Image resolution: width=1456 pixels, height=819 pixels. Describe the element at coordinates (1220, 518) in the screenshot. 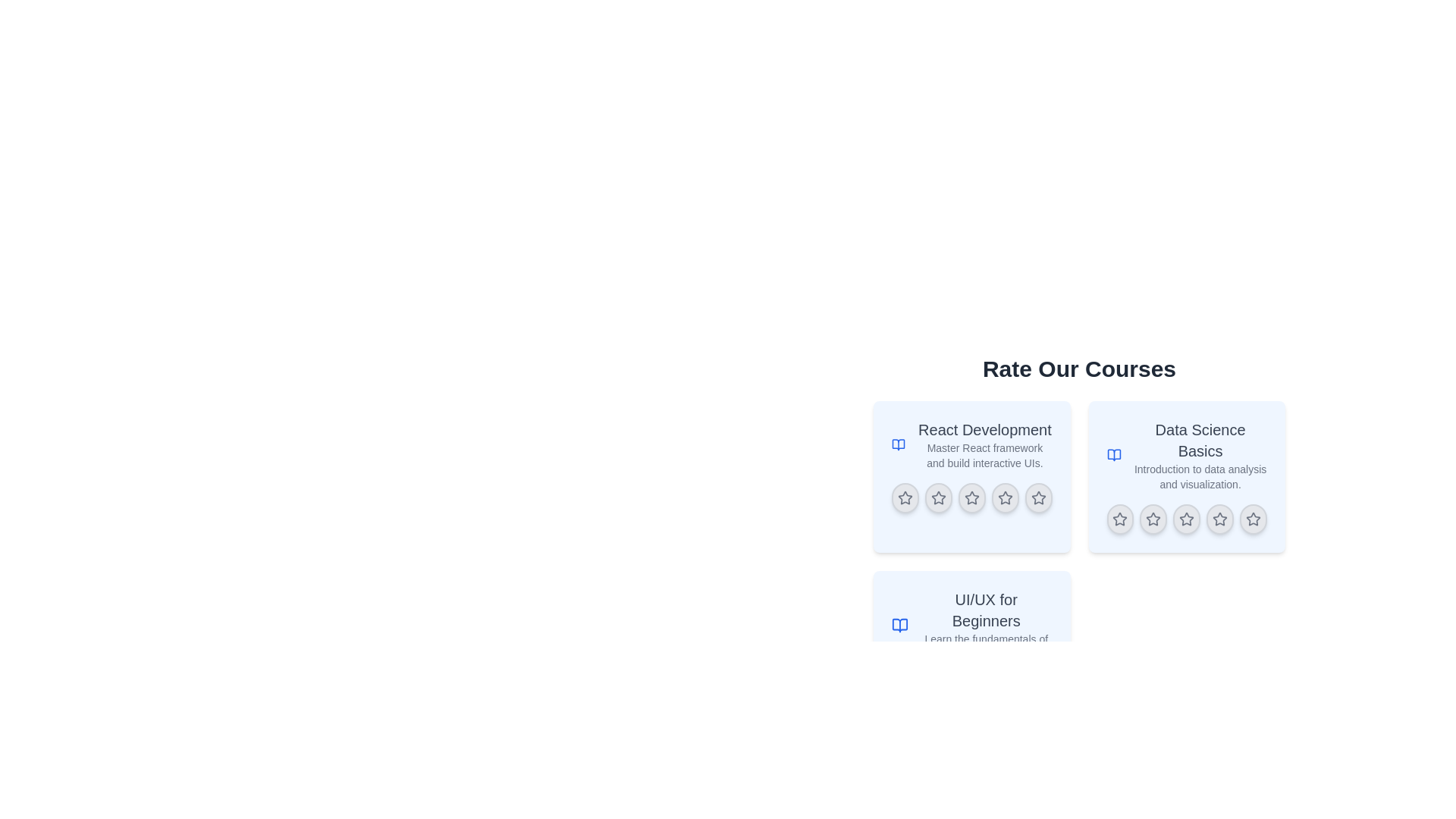

I see `the fourth rating star icon` at that location.